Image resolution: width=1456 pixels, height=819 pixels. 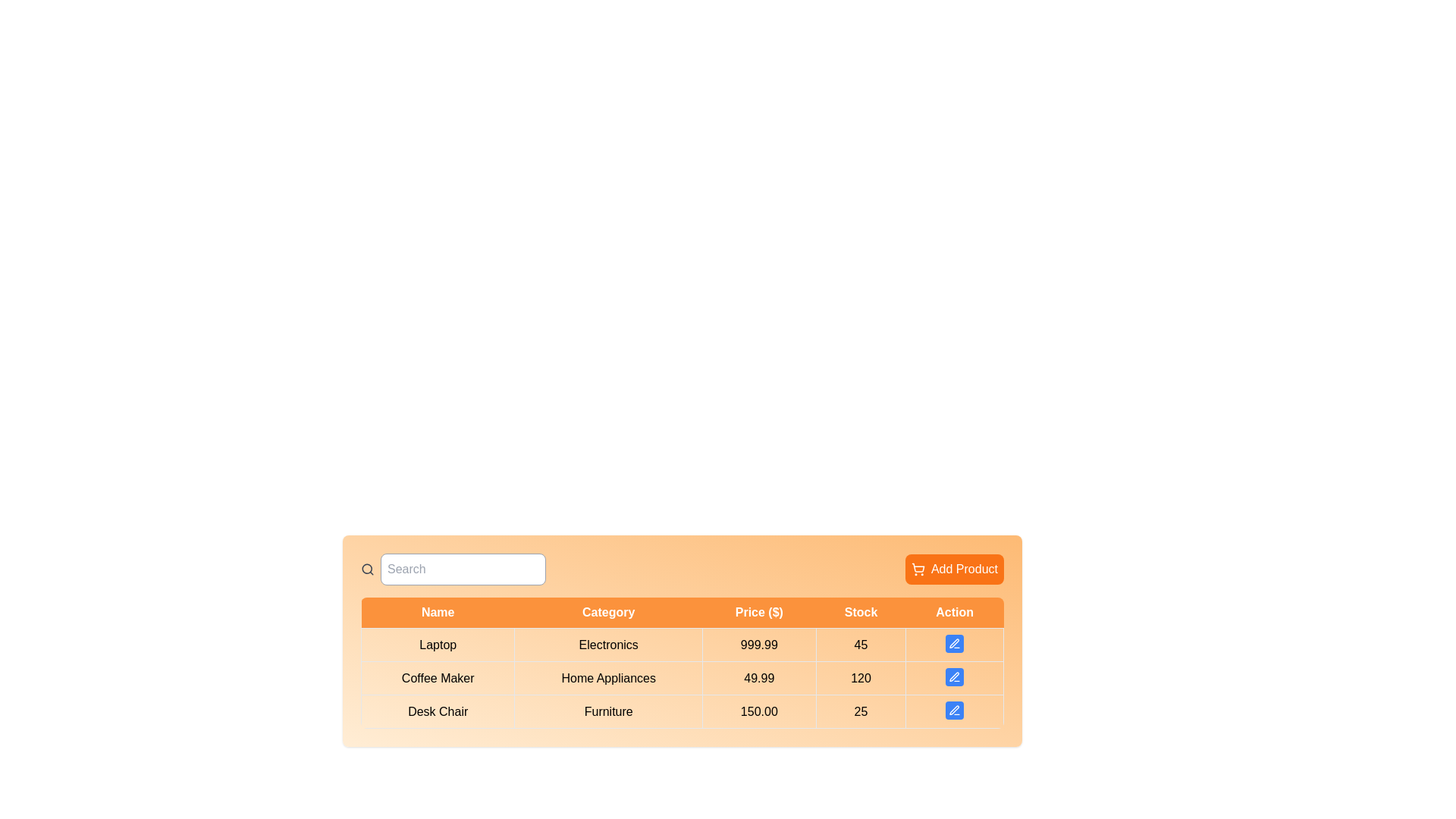 What do you see at coordinates (759, 612) in the screenshot?
I see `the 'Price' column header element, which is centered in the table header row and positioned between 'Category' and 'Stock'` at bounding box center [759, 612].